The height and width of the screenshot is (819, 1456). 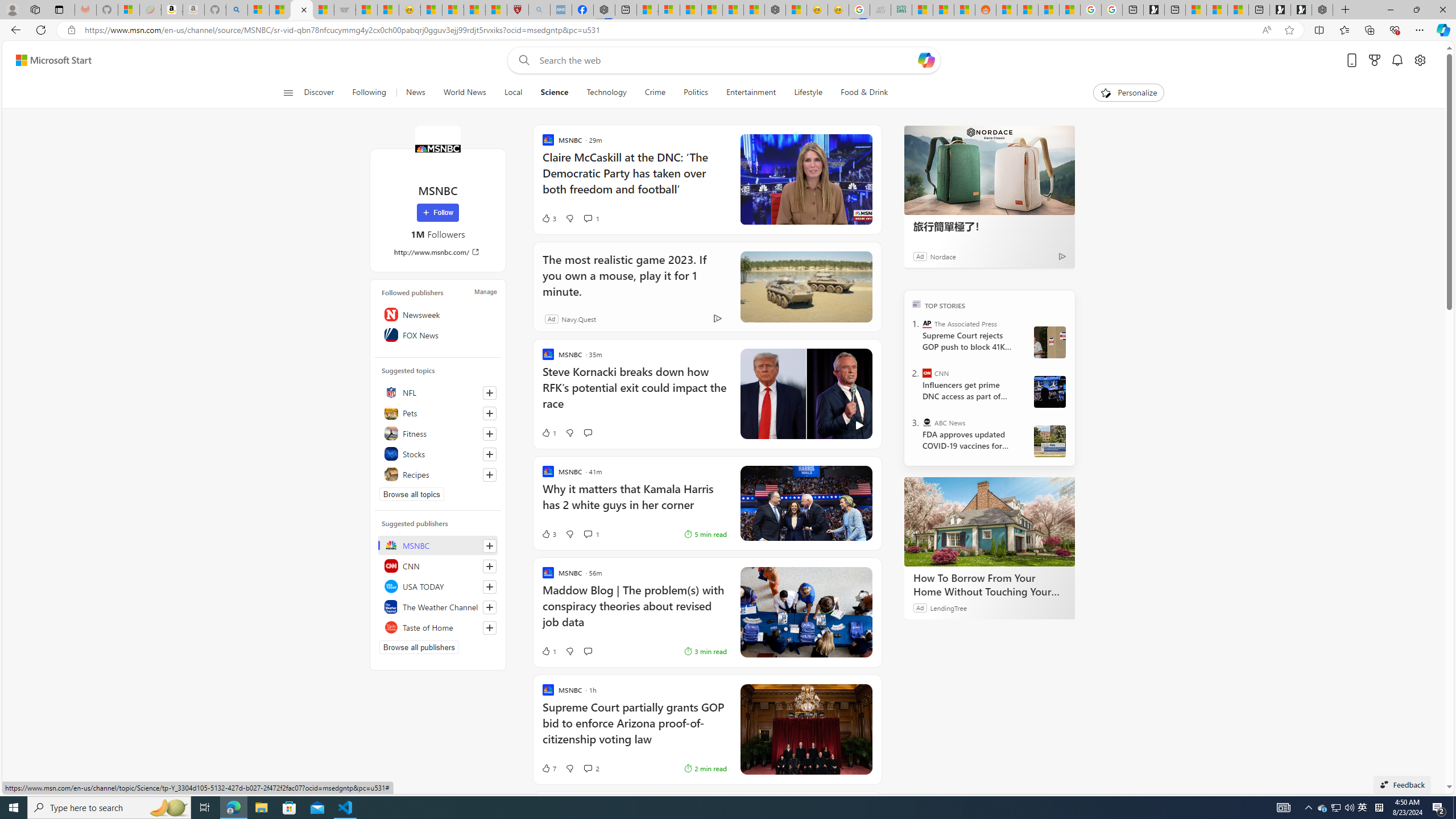 What do you see at coordinates (437, 148) in the screenshot?
I see `'MSNBC'` at bounding box center [437, 148].